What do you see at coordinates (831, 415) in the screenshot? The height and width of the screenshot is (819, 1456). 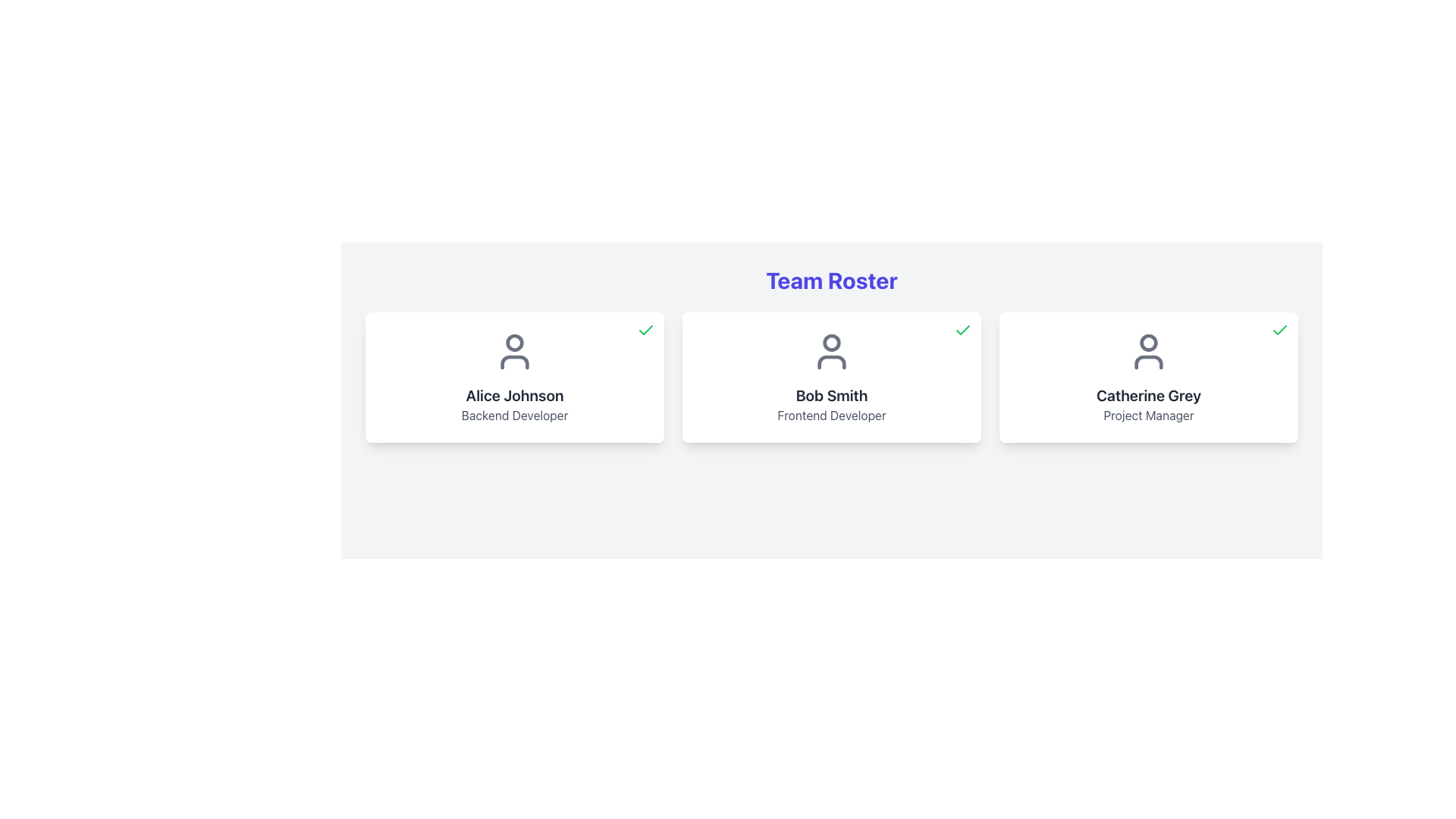 I see `the text label displaying the job title 'Frontend Developer' for 'Bob Smith', located in the bottom center of the card` at bounding box center [831, 415].